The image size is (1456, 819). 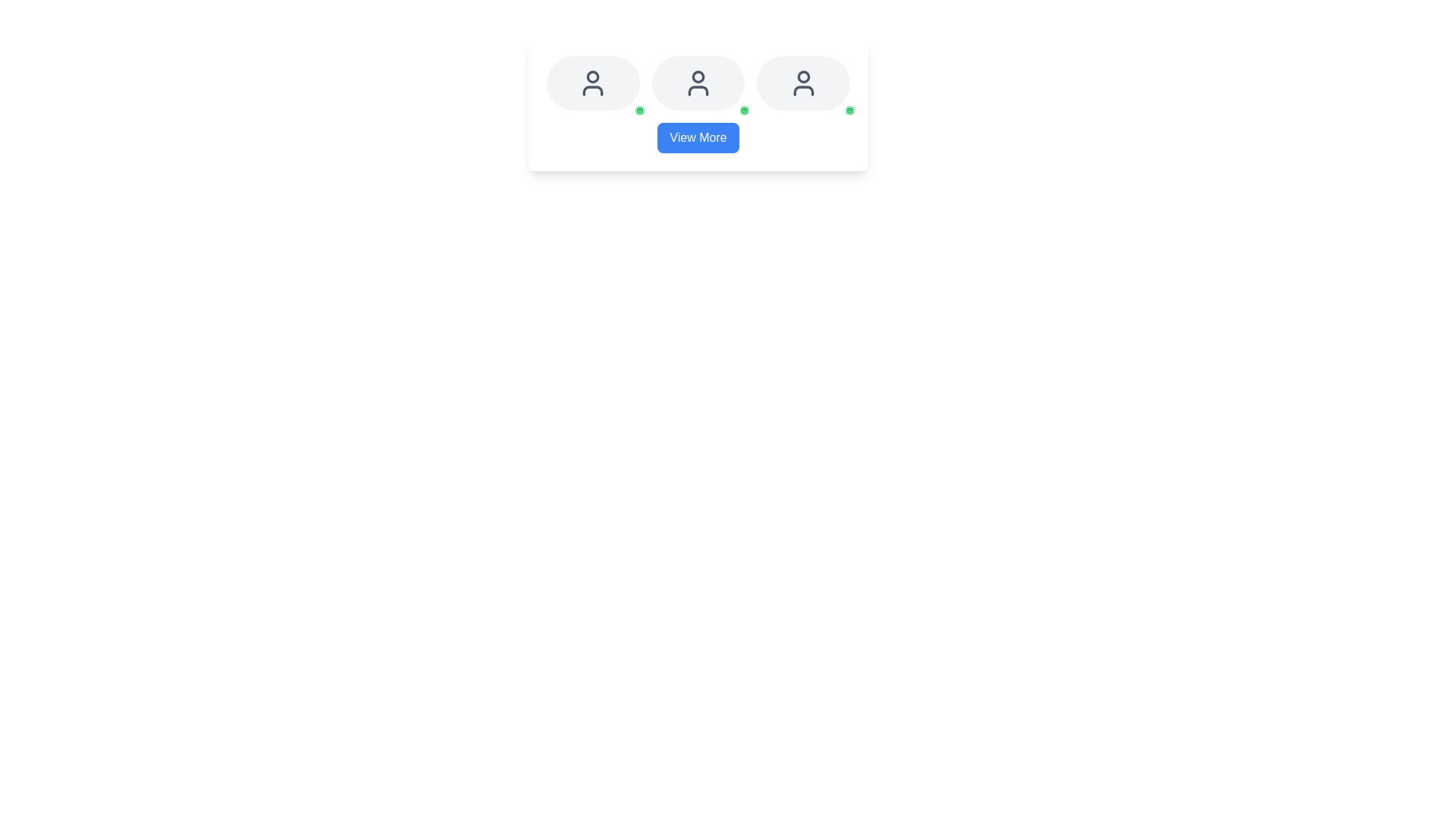 What do you see at coordinates (802, 77) in the screenshot?
I see `the circular graphical indicator representing a user status within the user avatar SVG icon, located at the top-center of the icon` at bounding box center [802, 77].